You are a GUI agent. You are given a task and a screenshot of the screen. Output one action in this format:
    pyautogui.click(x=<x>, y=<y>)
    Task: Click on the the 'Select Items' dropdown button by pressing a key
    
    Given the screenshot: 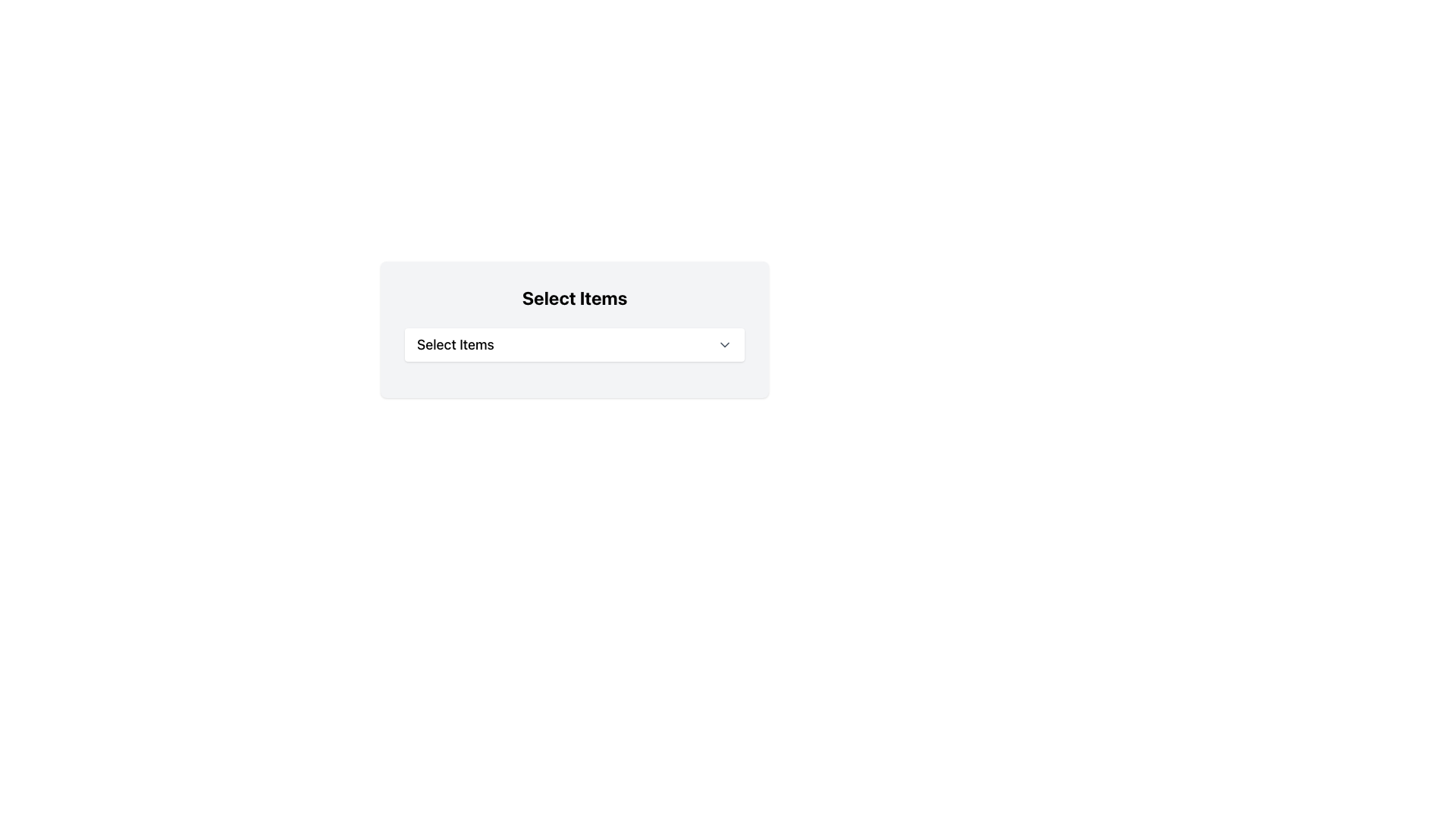 What is the action you would take?
    pyautogui.click(x=574, y=345)
    